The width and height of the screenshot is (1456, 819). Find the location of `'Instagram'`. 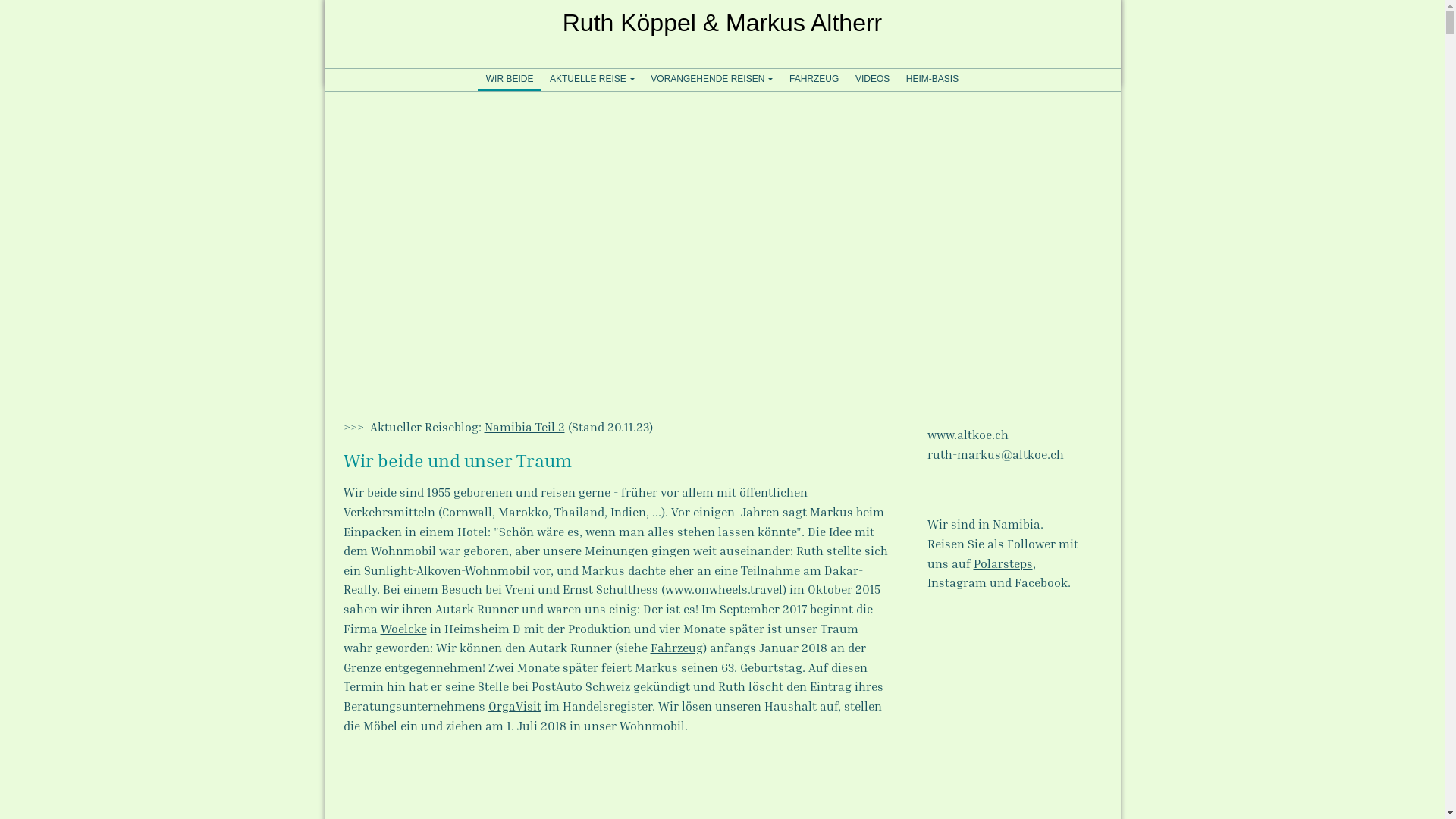

'Instagram' is located at coordinates (955, 581).